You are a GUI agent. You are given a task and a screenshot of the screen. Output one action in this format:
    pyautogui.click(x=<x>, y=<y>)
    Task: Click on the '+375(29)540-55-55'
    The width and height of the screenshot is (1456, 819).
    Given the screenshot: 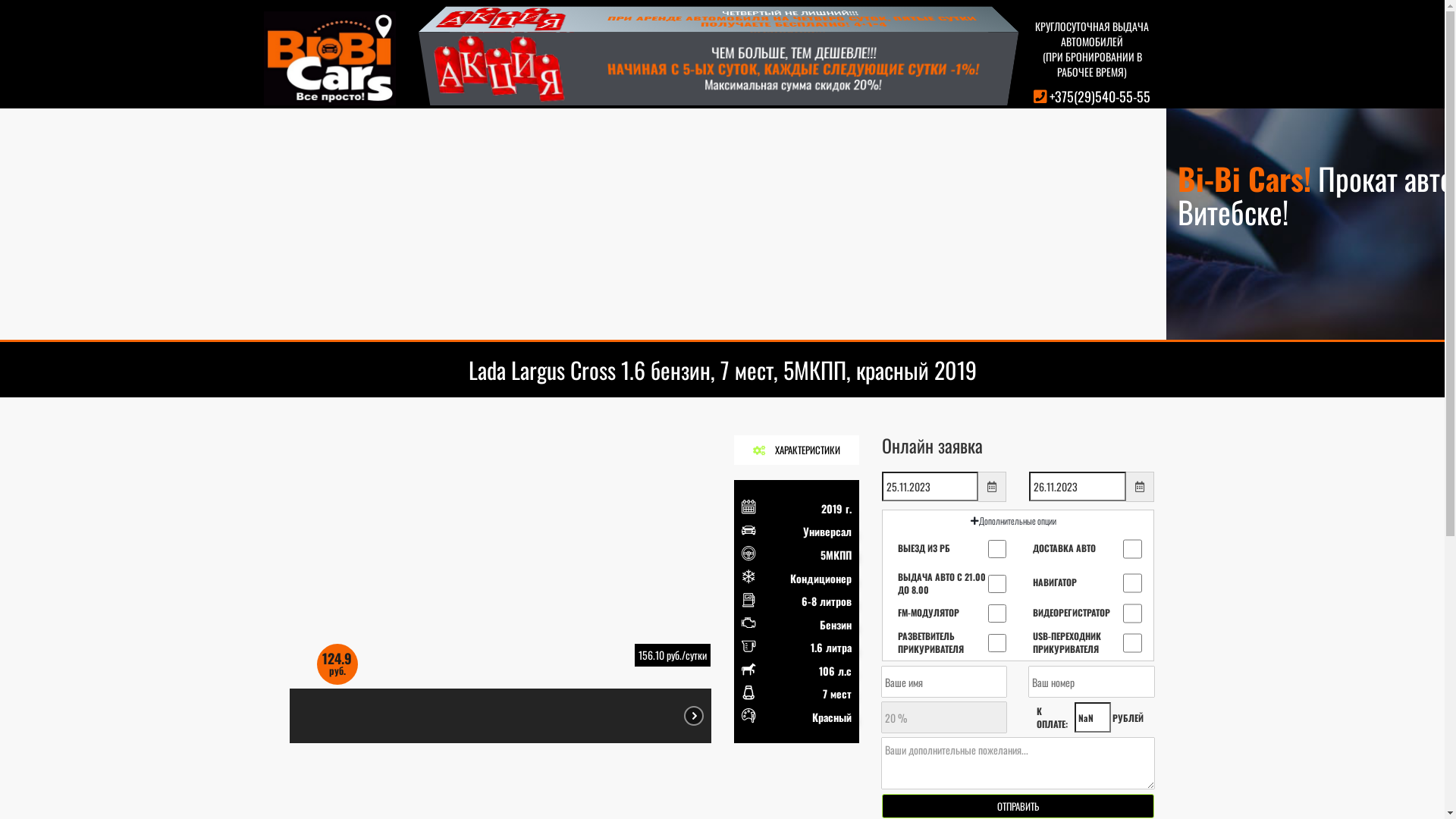 What is the action you would take?
    pyautogui.click(x=1048, y=96)
    